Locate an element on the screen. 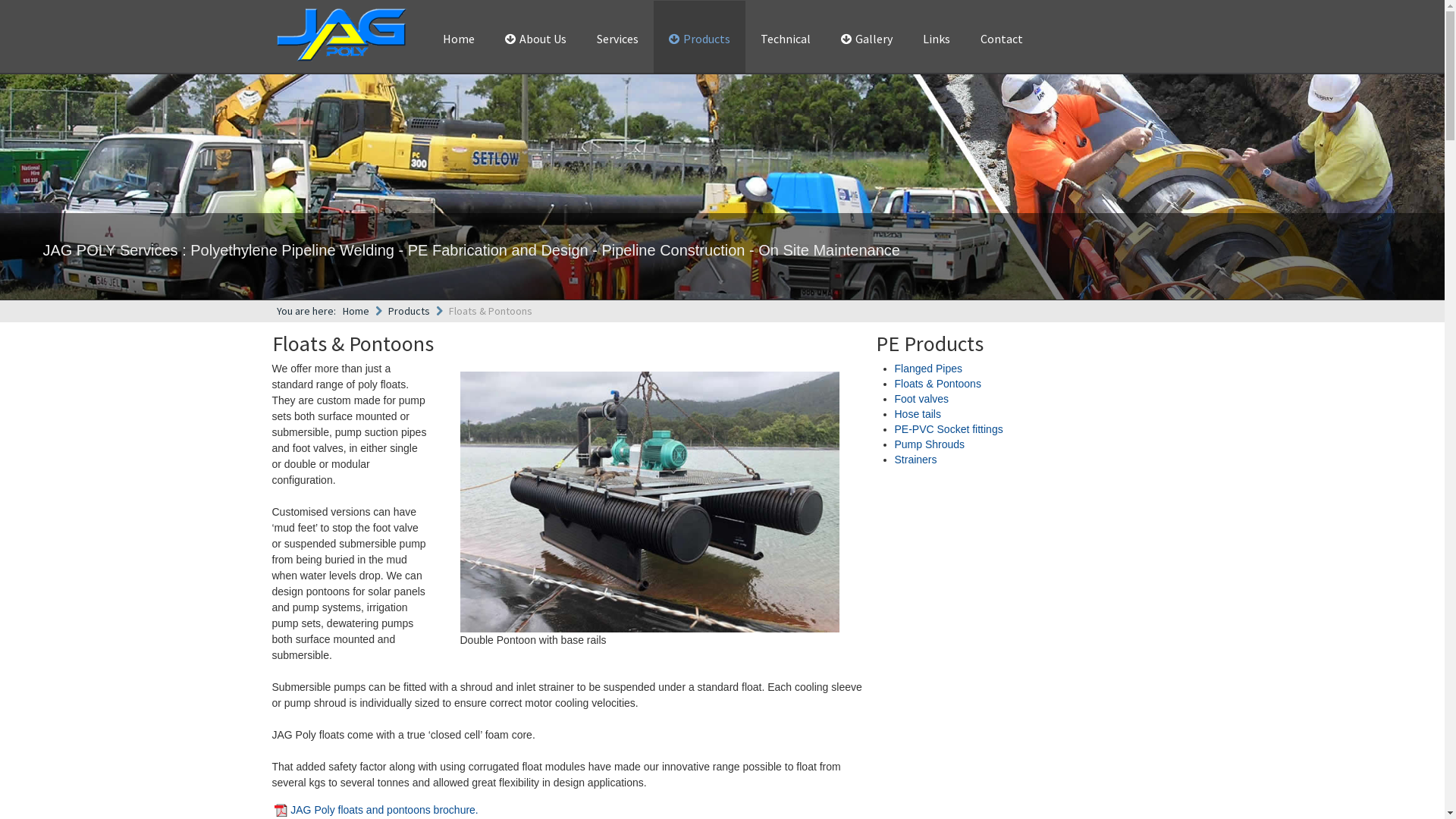  'Double Pontoon with base rails' is located at coordinates (648, 502).